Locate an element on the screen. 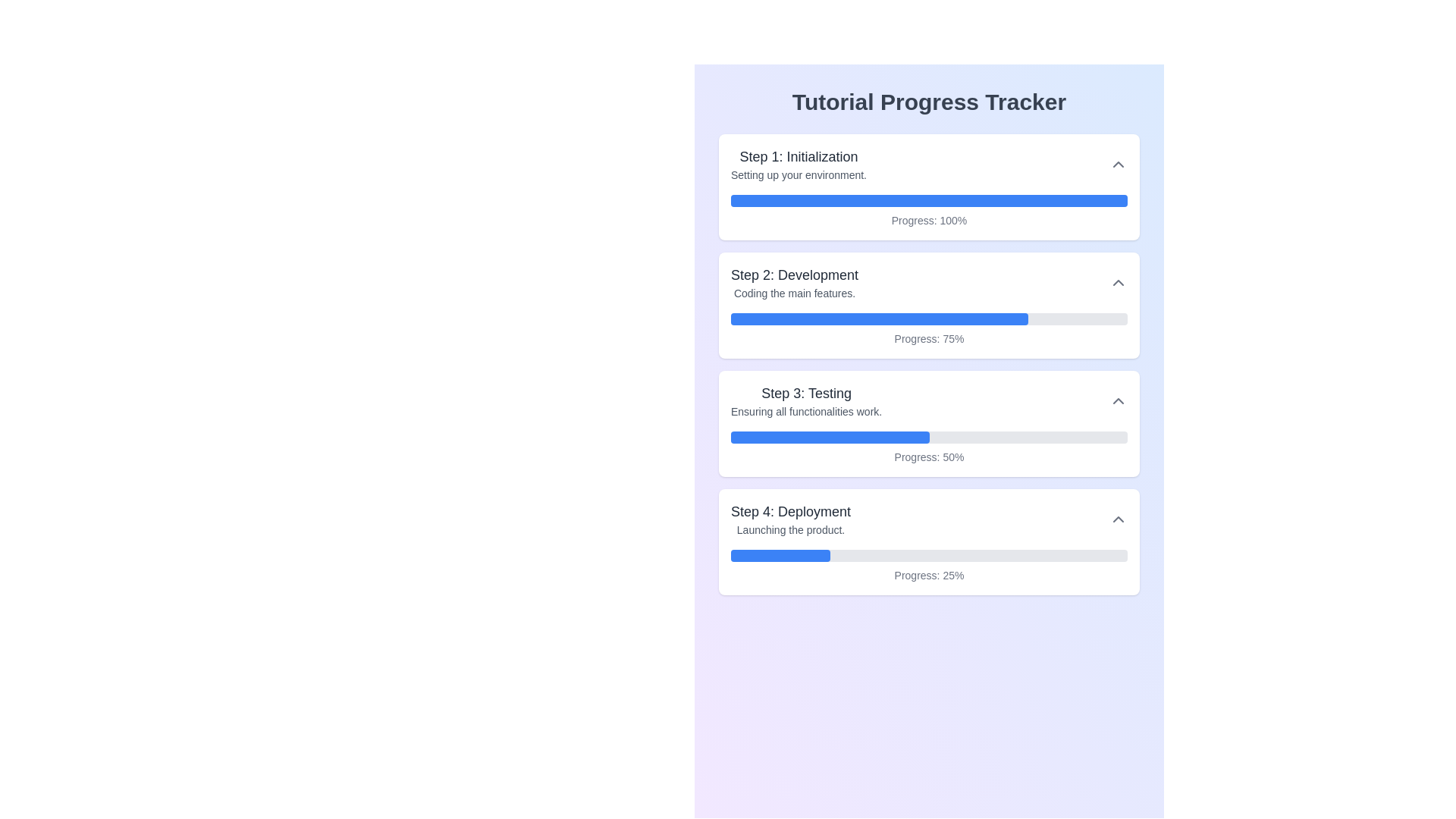 This screenshot has height=819, width=1456. the progress bar of the fourth informational card in the 'Tutorial Progress Tracker' to understand the percentage completion (25%) is located at coordinates (928, 541).